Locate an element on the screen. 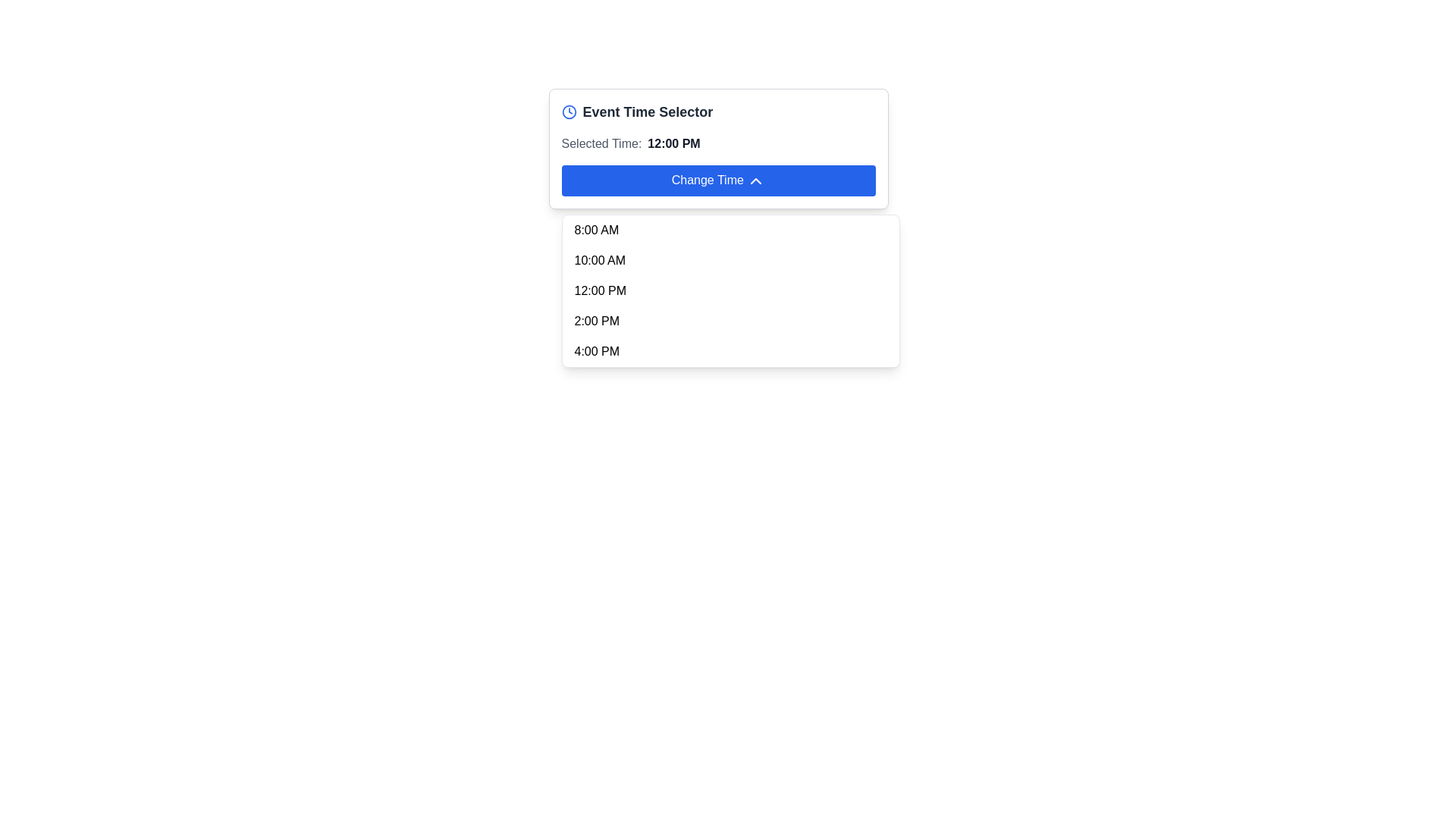 The height and width of the screenshot is (819, 1456). the list item displaying '2:00 PM' is located at coordinates (730, 320).